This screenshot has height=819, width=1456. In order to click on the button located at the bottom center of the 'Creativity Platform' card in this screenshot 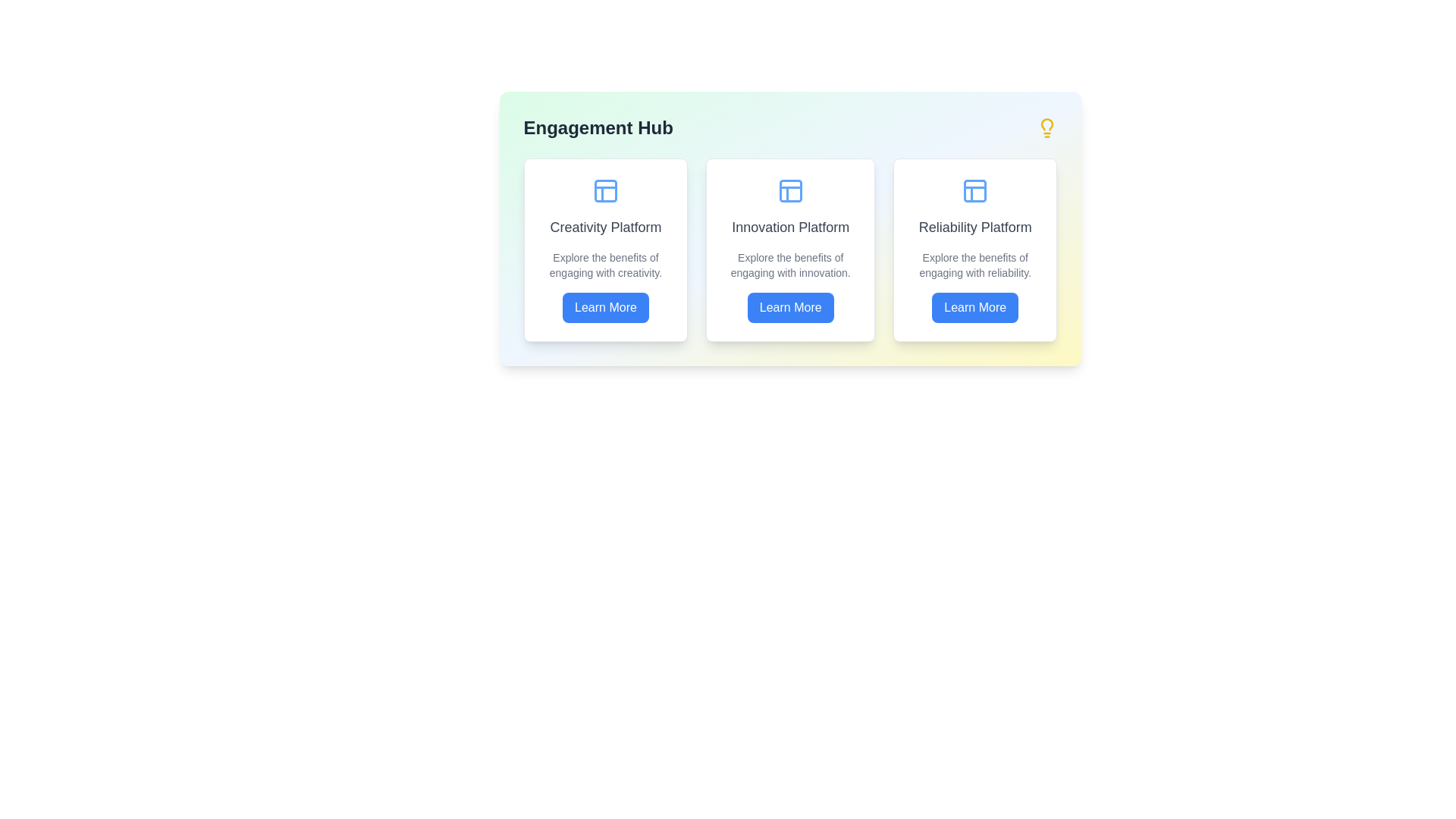, I will do `click(604, 307)`.